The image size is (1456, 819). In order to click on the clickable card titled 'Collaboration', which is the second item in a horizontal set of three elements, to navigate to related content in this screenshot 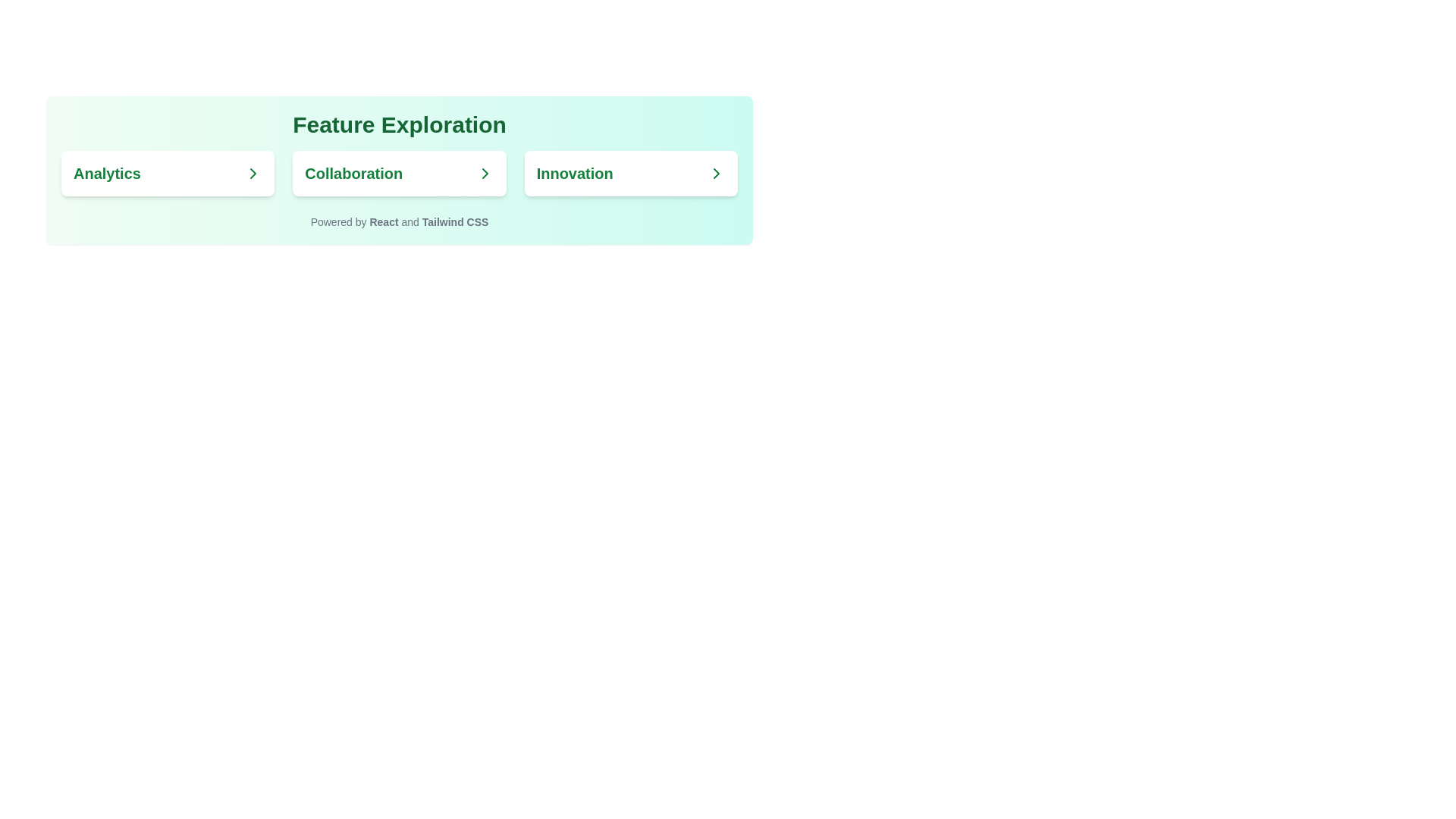, I will do `click(400, 172)`.